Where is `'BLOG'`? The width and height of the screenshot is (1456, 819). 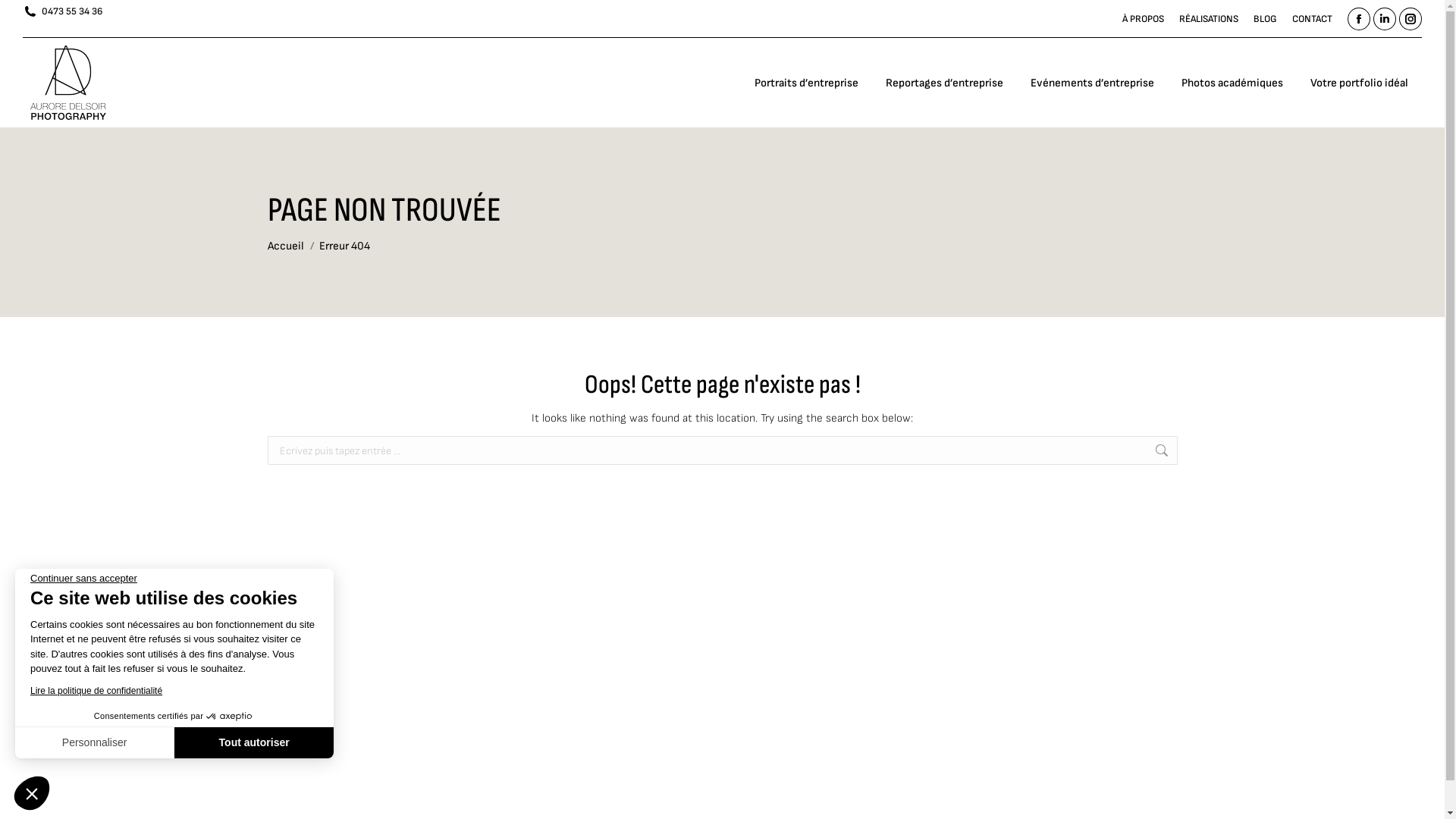 'BLOG' is located at coordinates (1265, 19).